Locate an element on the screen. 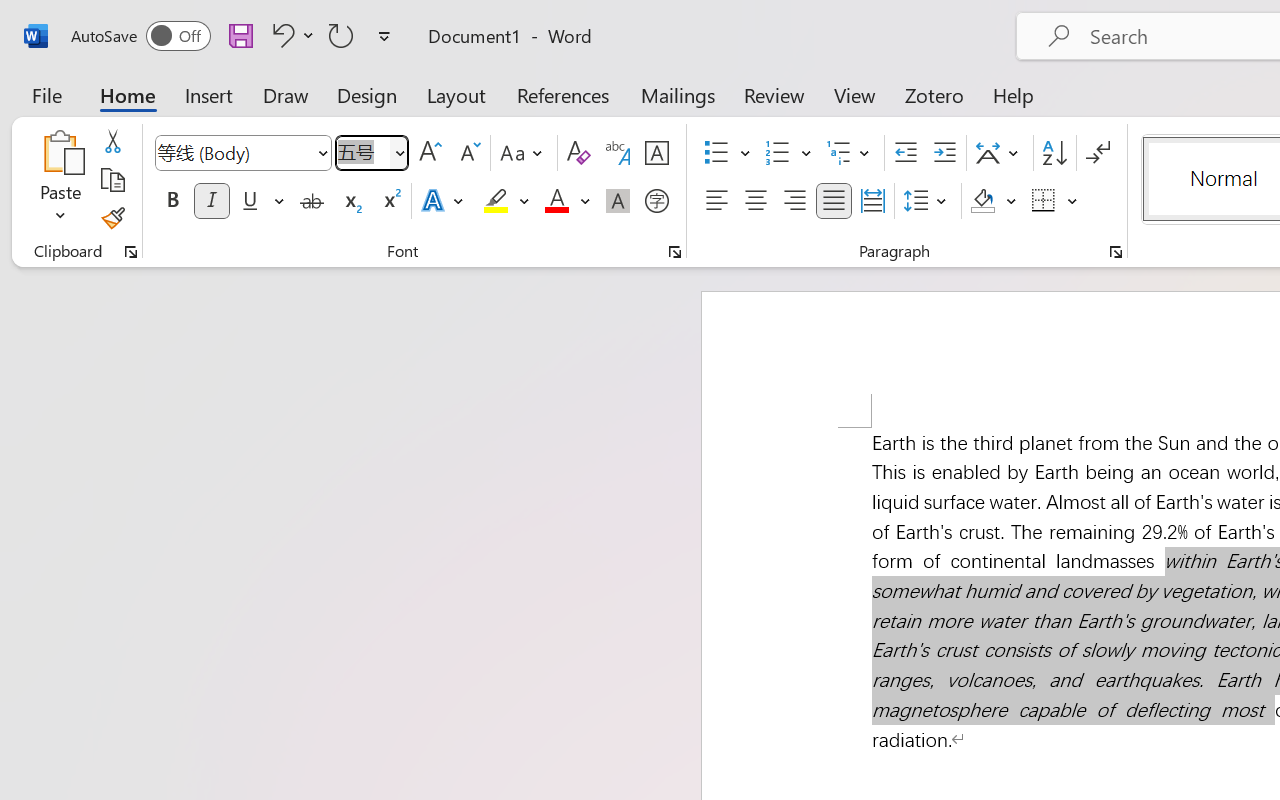  'Shrink Font' is located at coordinates (467, 153).